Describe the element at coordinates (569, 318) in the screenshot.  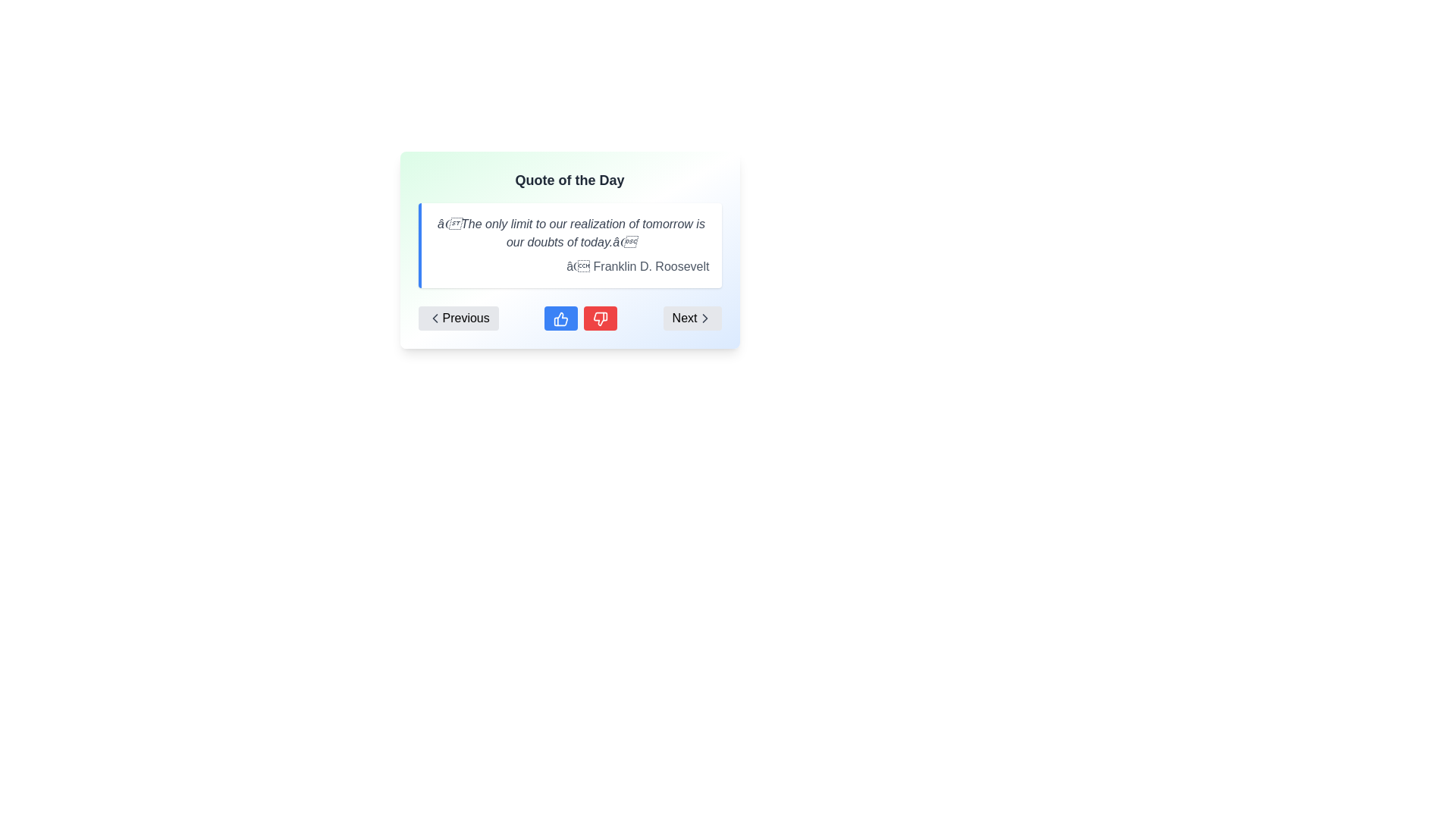
I see `the blue thumbs-up button, which is centered at the bottom of the 'Quote of the Day' card interface` at that location.